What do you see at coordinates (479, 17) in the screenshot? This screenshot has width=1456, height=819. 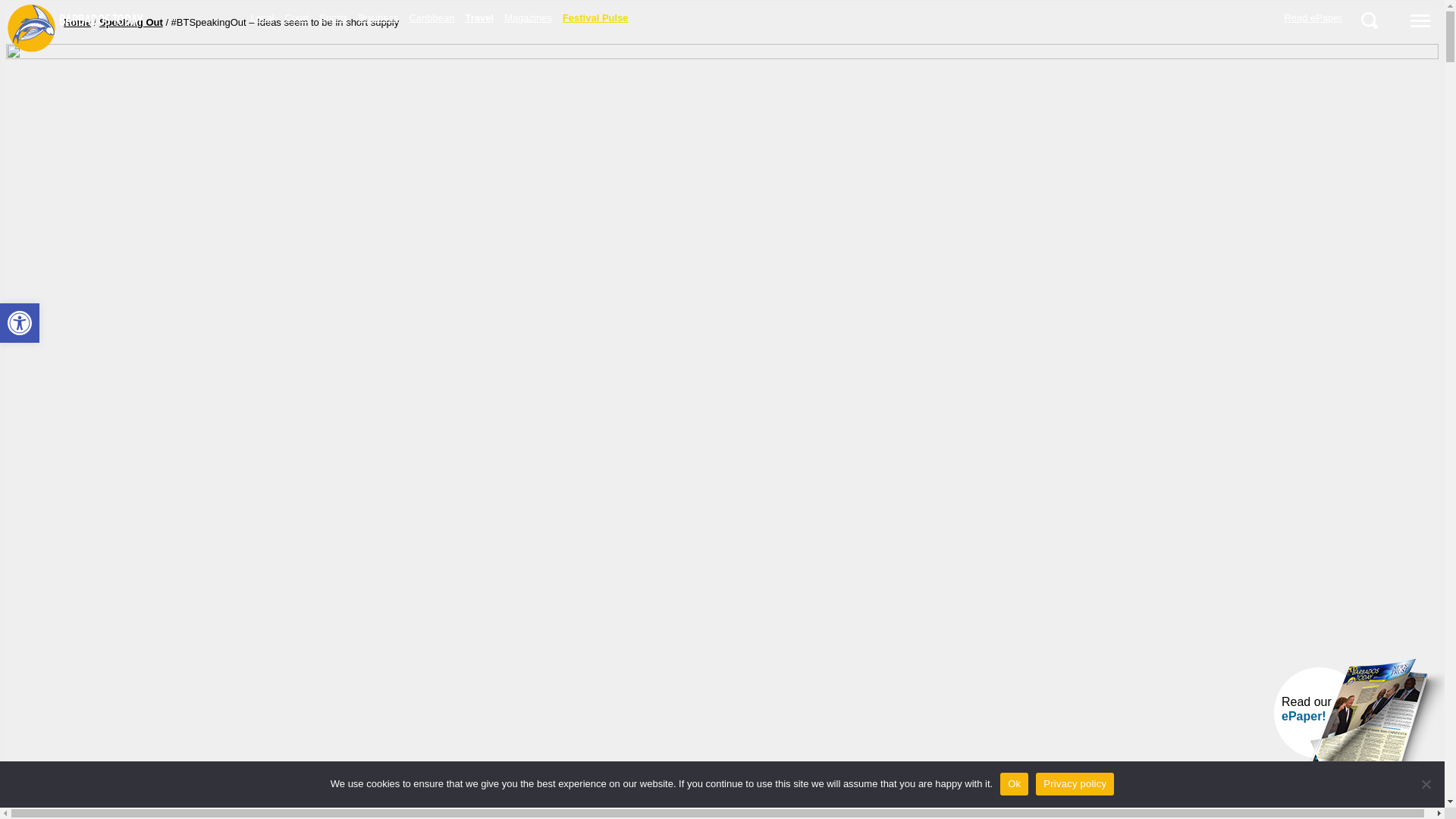 I see `'Travel'` at bounding box center [479, 17].